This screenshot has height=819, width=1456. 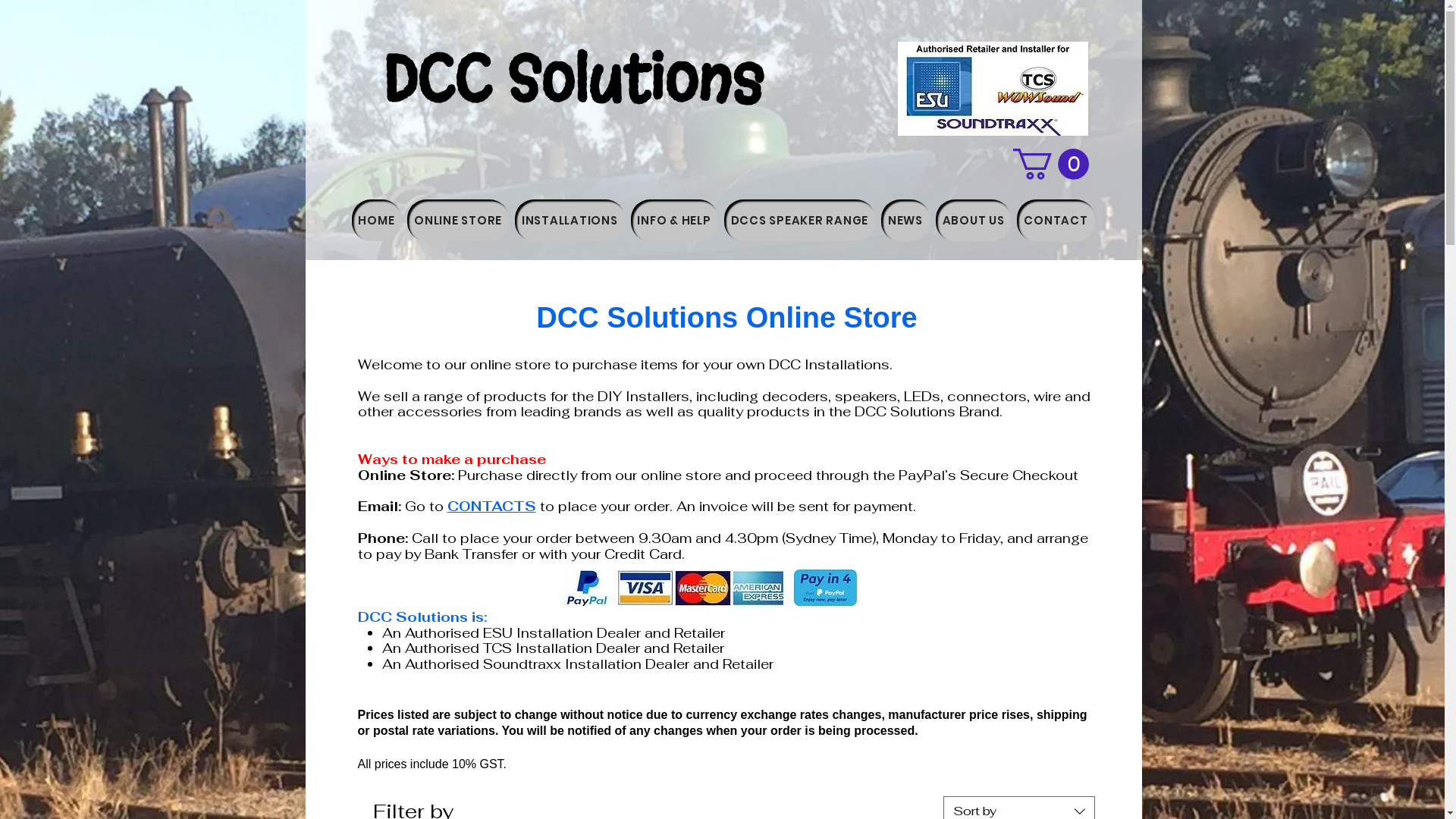 What do you see at coordinates (1055, 220) in the screenshot?
I see `'CONTACT'` at bounding box center [1055, 220].